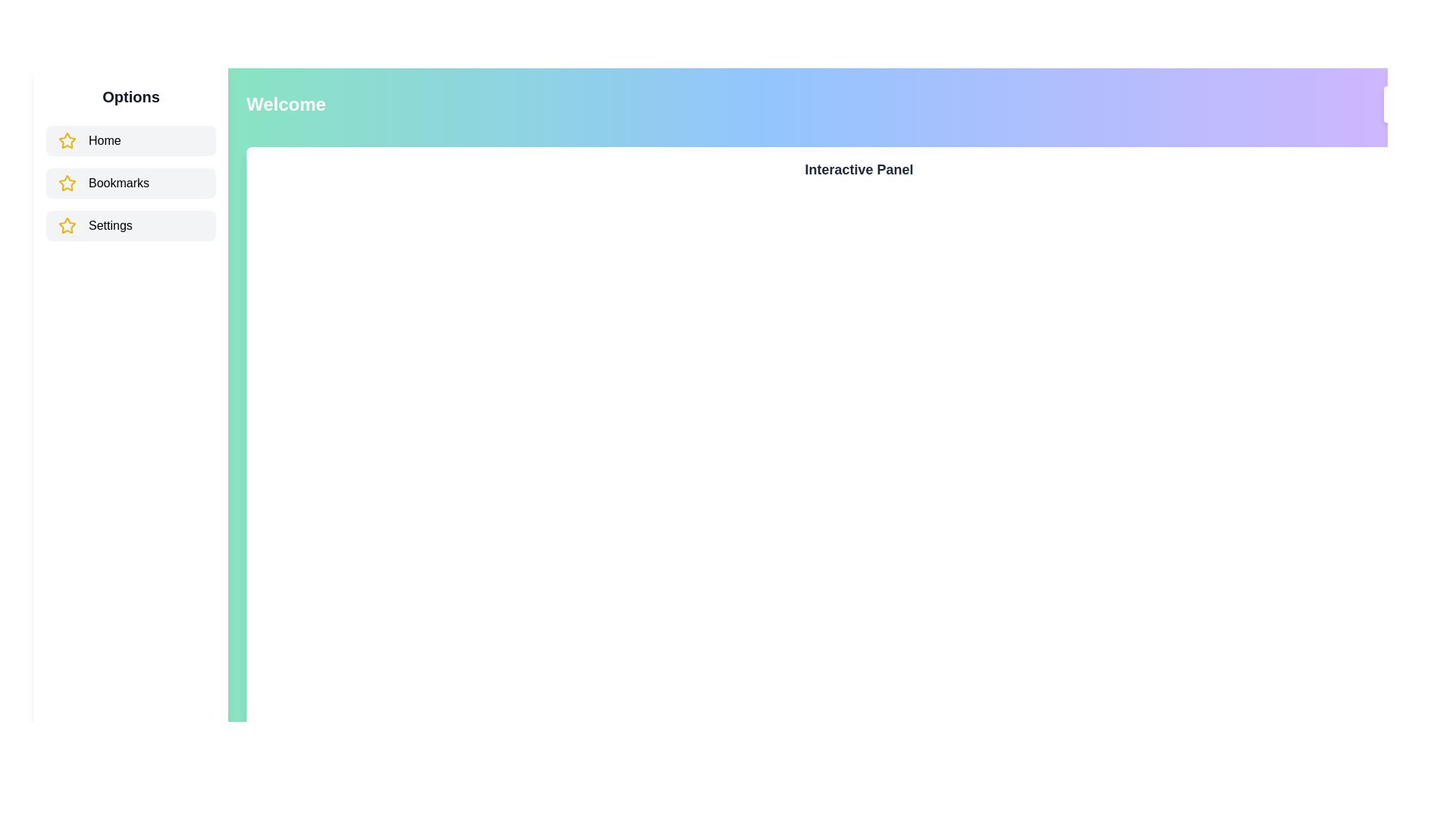  I want to click on the 'Home' icon in the vertically stacked navigation menu located on the left side of the interface, so click(67, 225).